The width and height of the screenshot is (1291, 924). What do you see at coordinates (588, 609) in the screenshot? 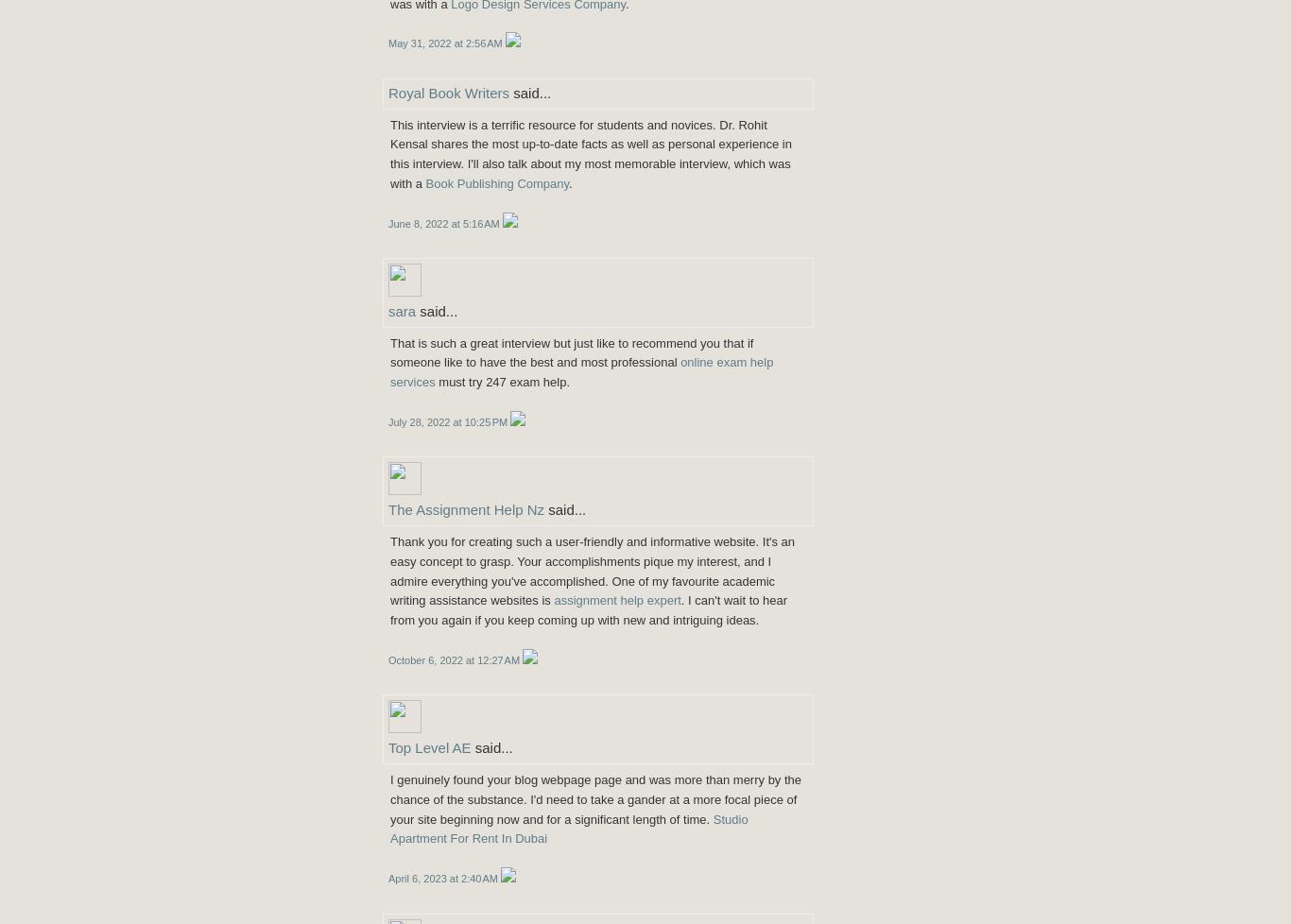
I see `'. I can't wait to hear from you again if you keep coming up with new and intriguing ideas.'` at bounding box center [588, 609].